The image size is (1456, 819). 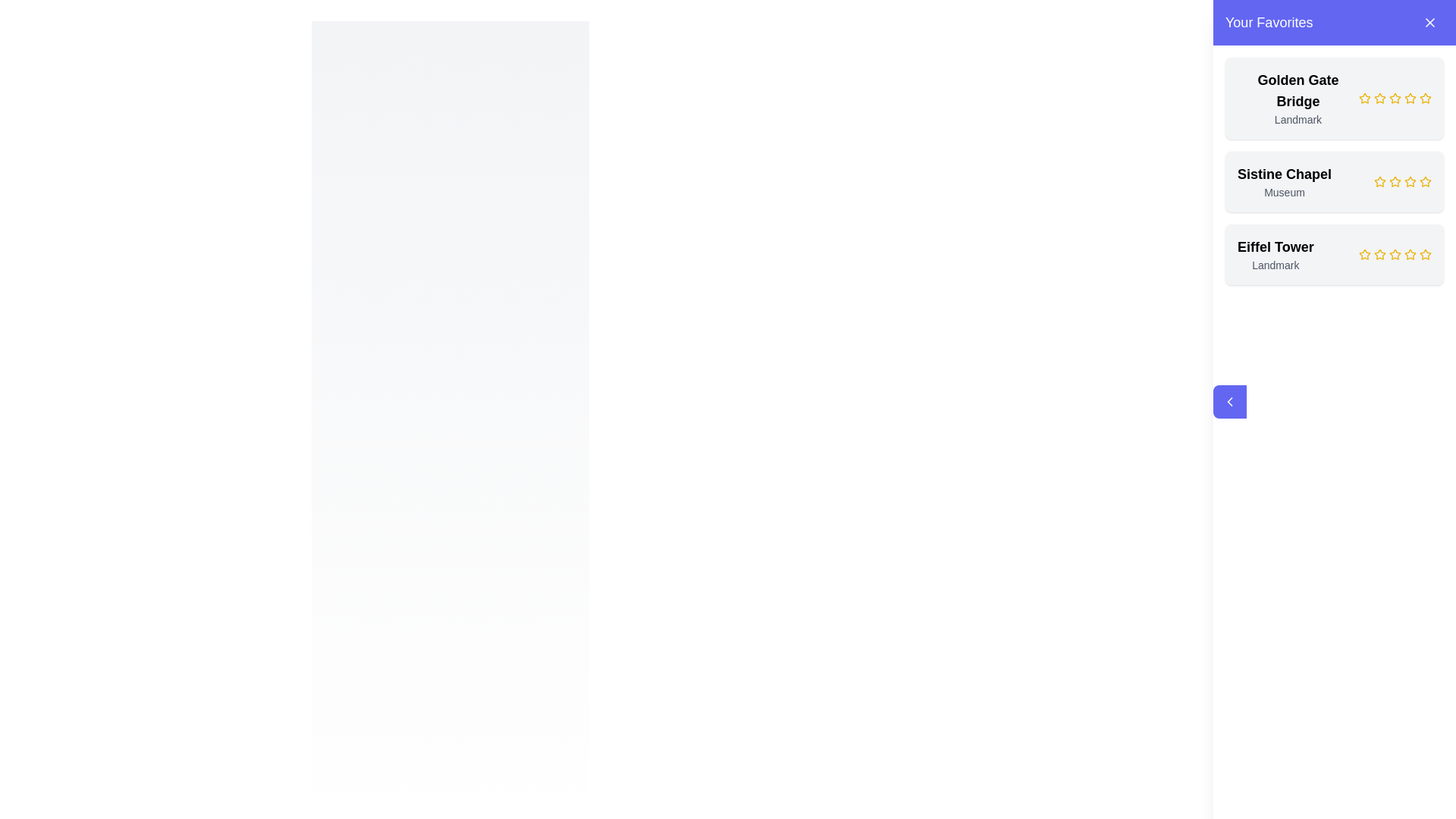 I want to click on the fifth star icon in the rating stars for the 'Sistine Chapel' card in the 'Your Favorites' listing panel, so click(x=1410, y=180).